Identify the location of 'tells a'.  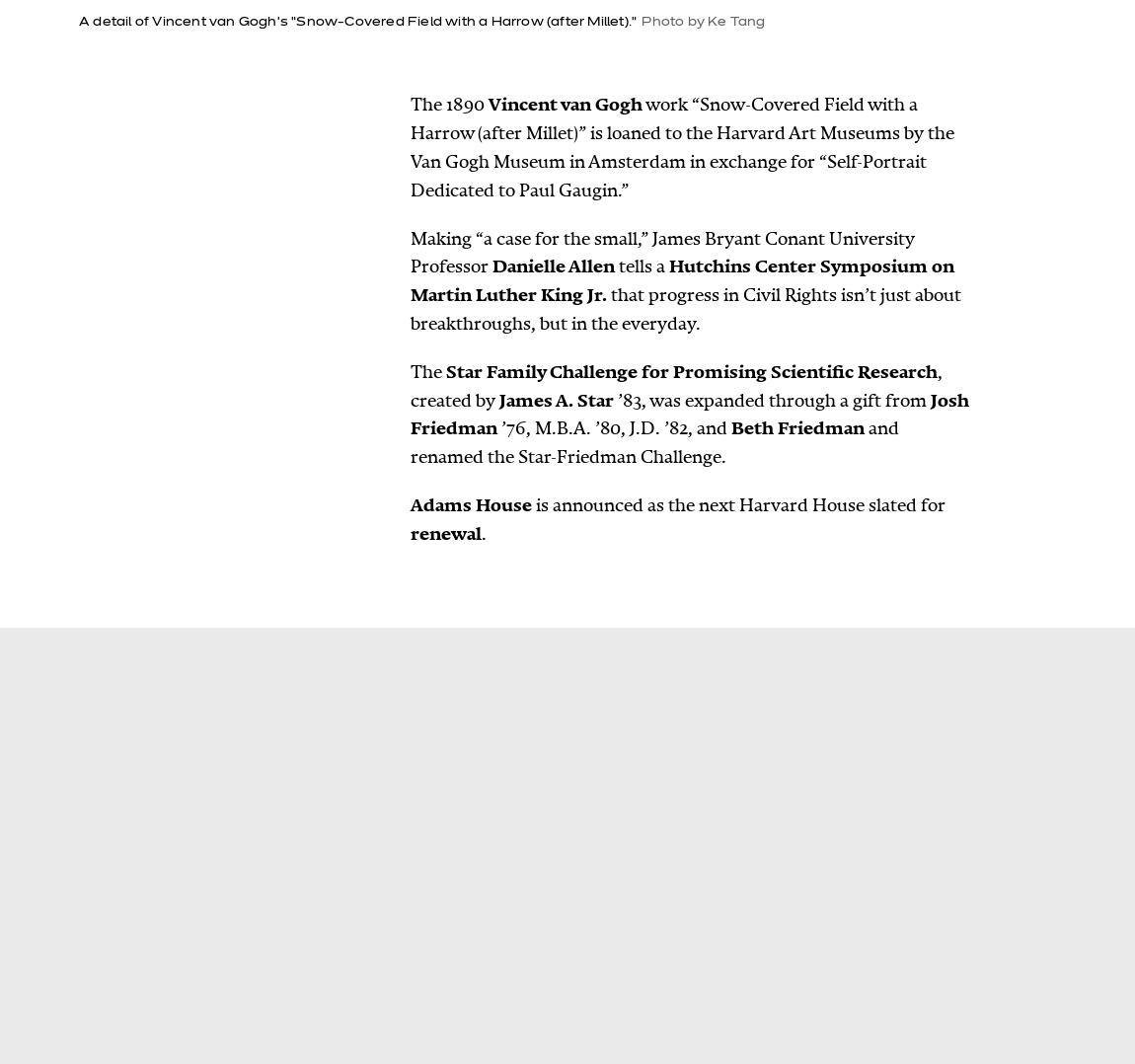
(641, 266).